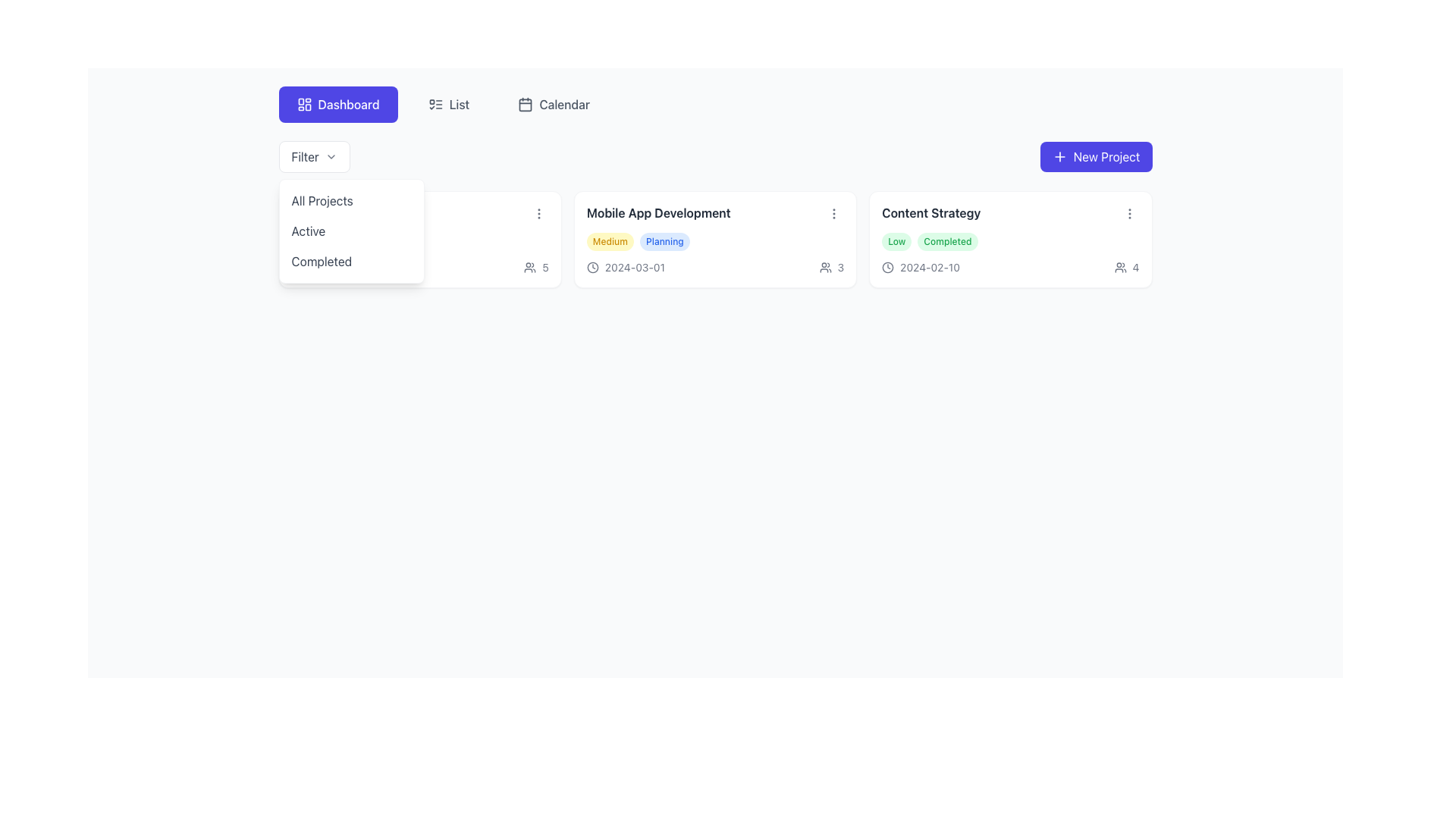 Image resolution: width=1456 pixels, height=819 pixels. I want to click on text label displaying 'New Project' located within the rounded blue button in the top-right corner of the interface, so click(1106, 157).